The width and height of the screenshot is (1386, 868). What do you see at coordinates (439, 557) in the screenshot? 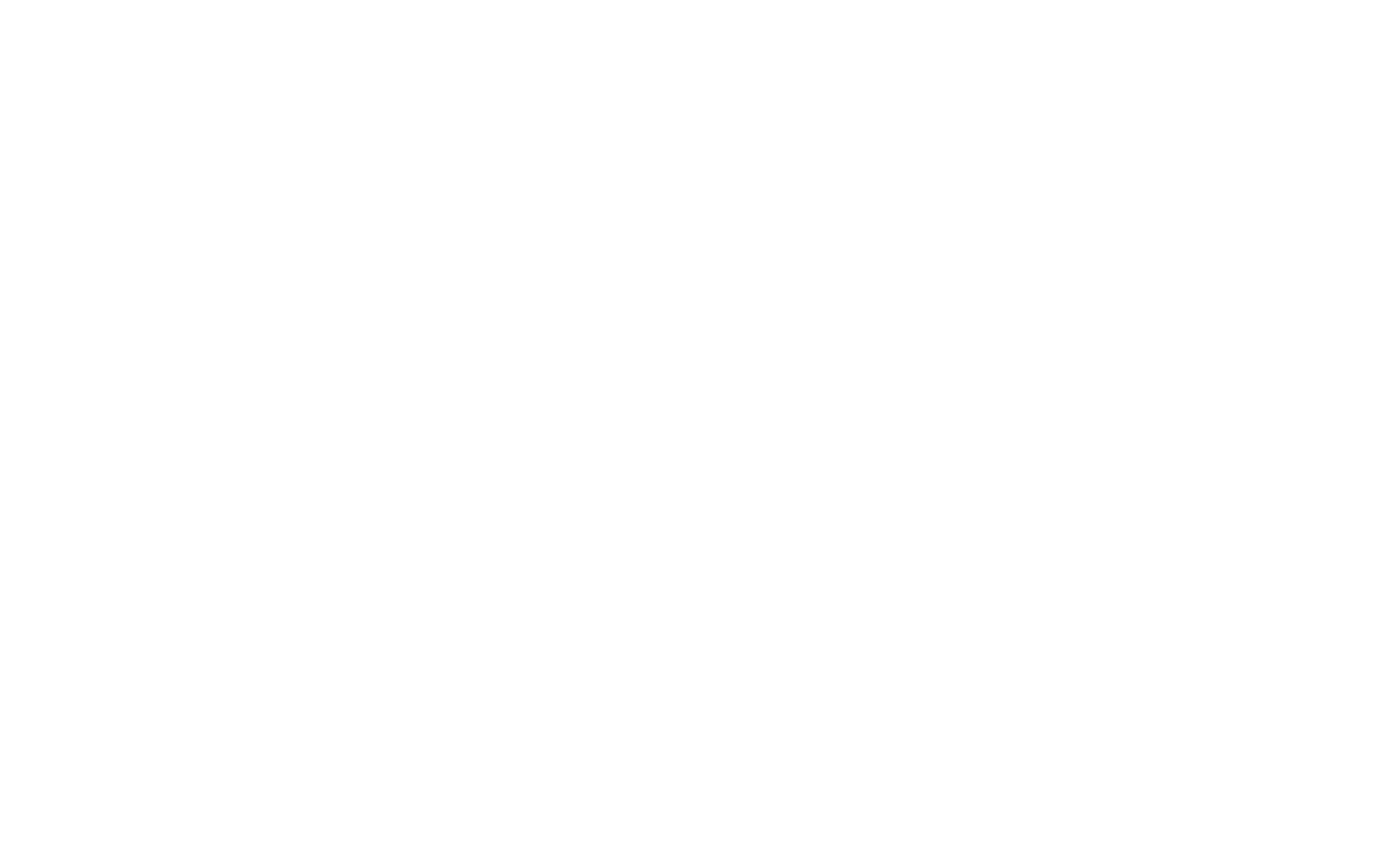
I see `'Book now!'` at bounding box center [439, 557].